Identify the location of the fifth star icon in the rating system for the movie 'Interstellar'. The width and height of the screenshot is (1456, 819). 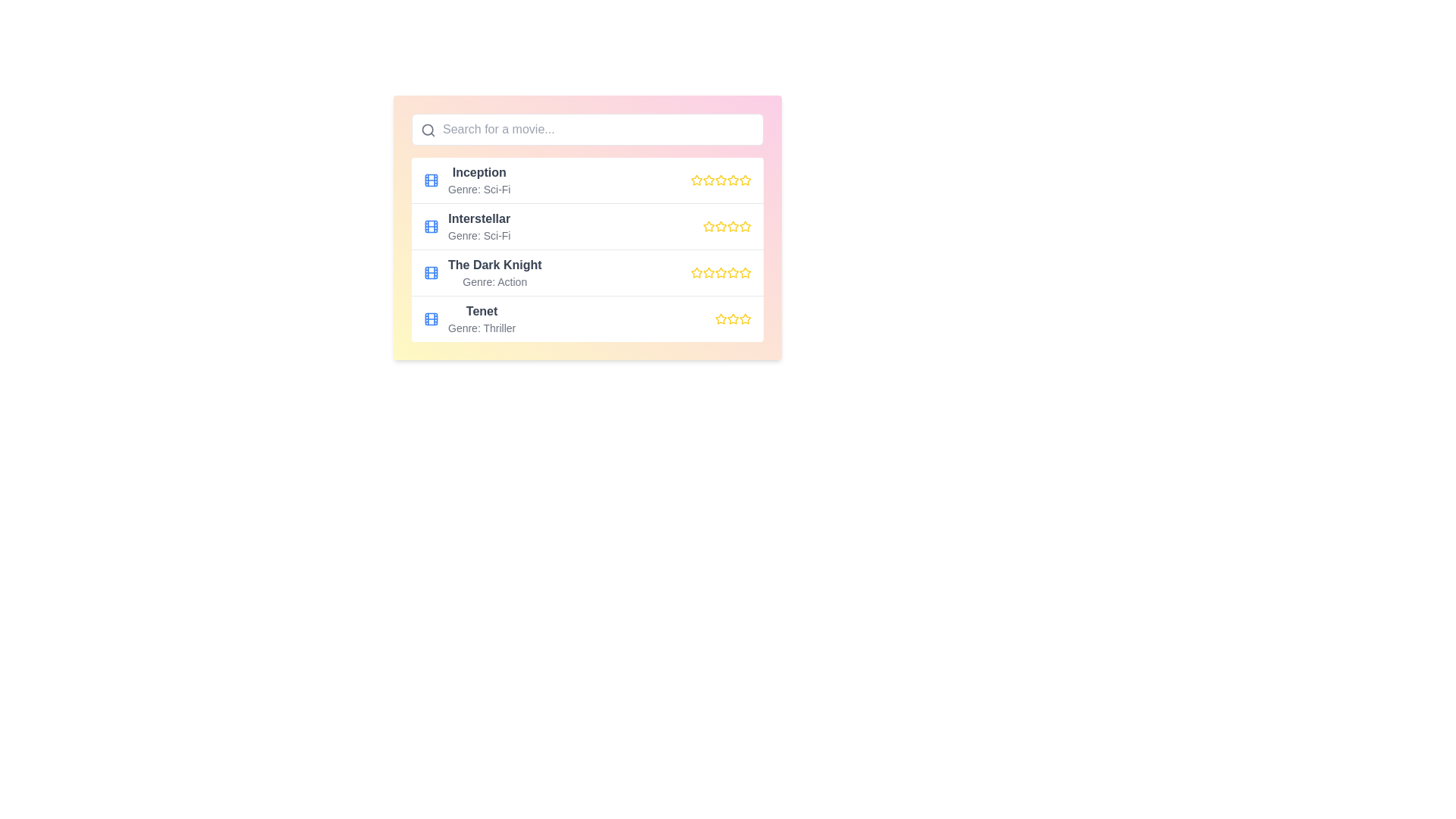
(733, 227).